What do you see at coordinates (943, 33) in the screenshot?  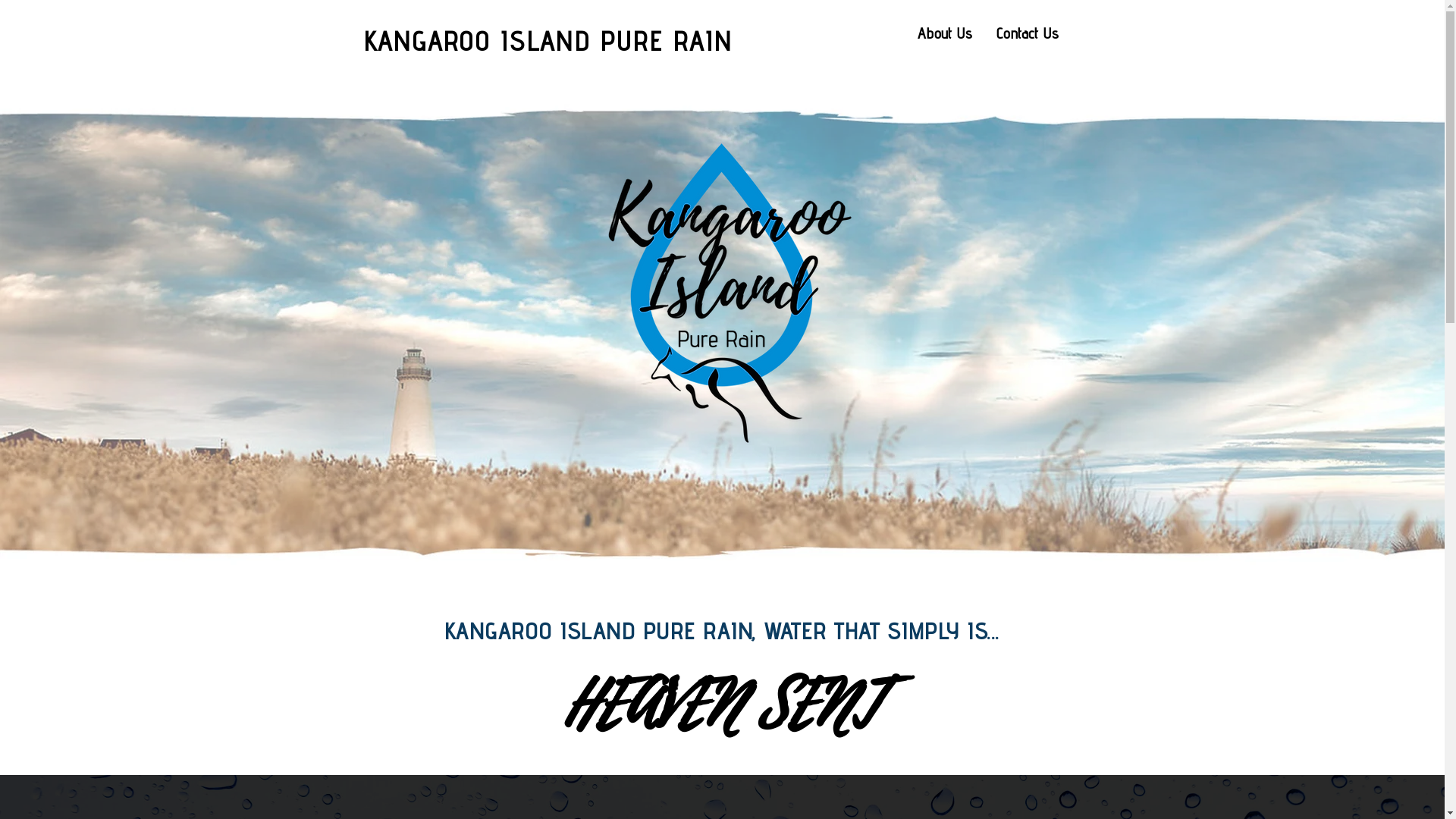 I see `'About Us'` at bounding box center [943, 33].